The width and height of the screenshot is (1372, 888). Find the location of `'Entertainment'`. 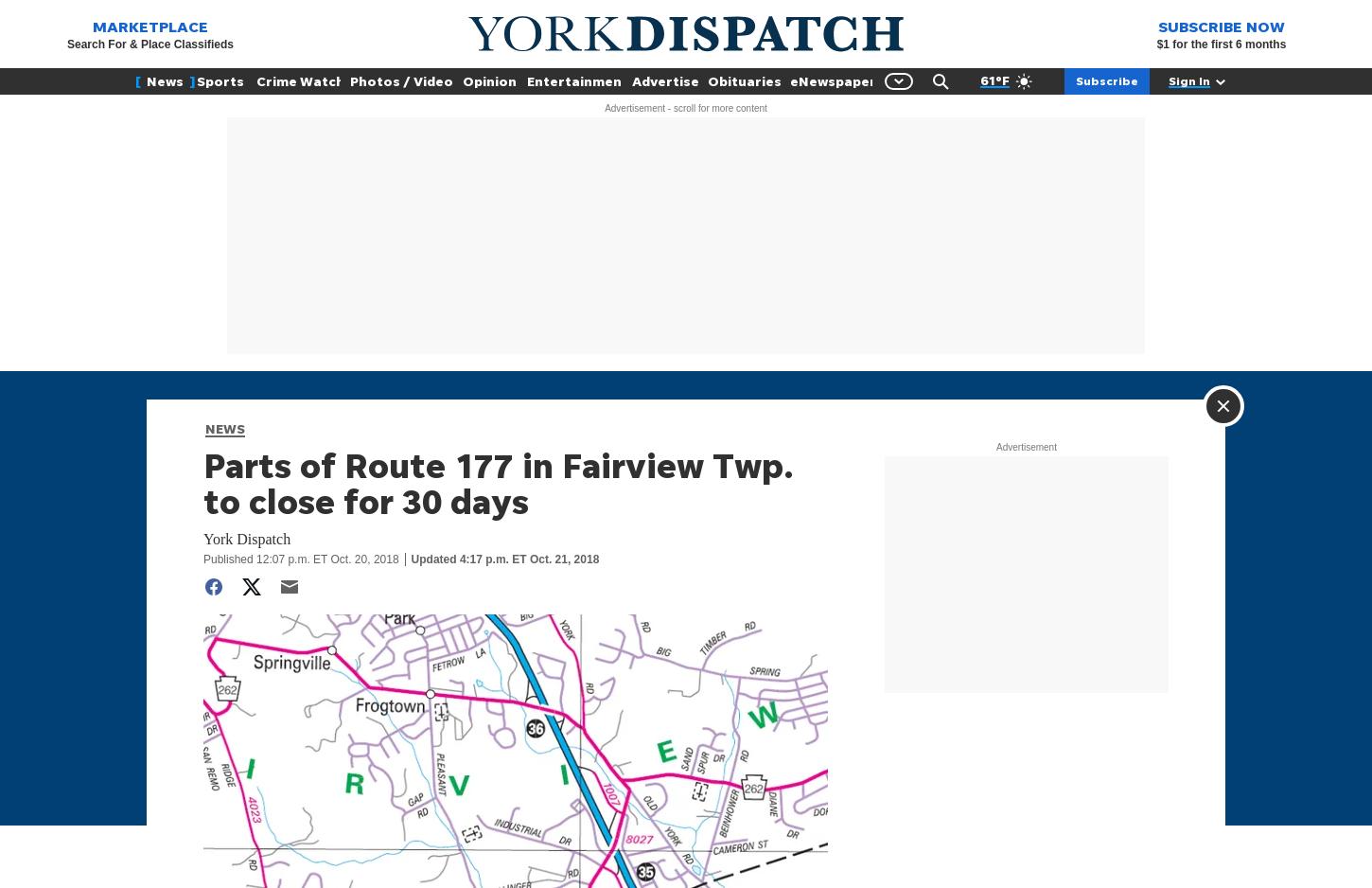

'Entertainment' is located at coordinates (526, 80).